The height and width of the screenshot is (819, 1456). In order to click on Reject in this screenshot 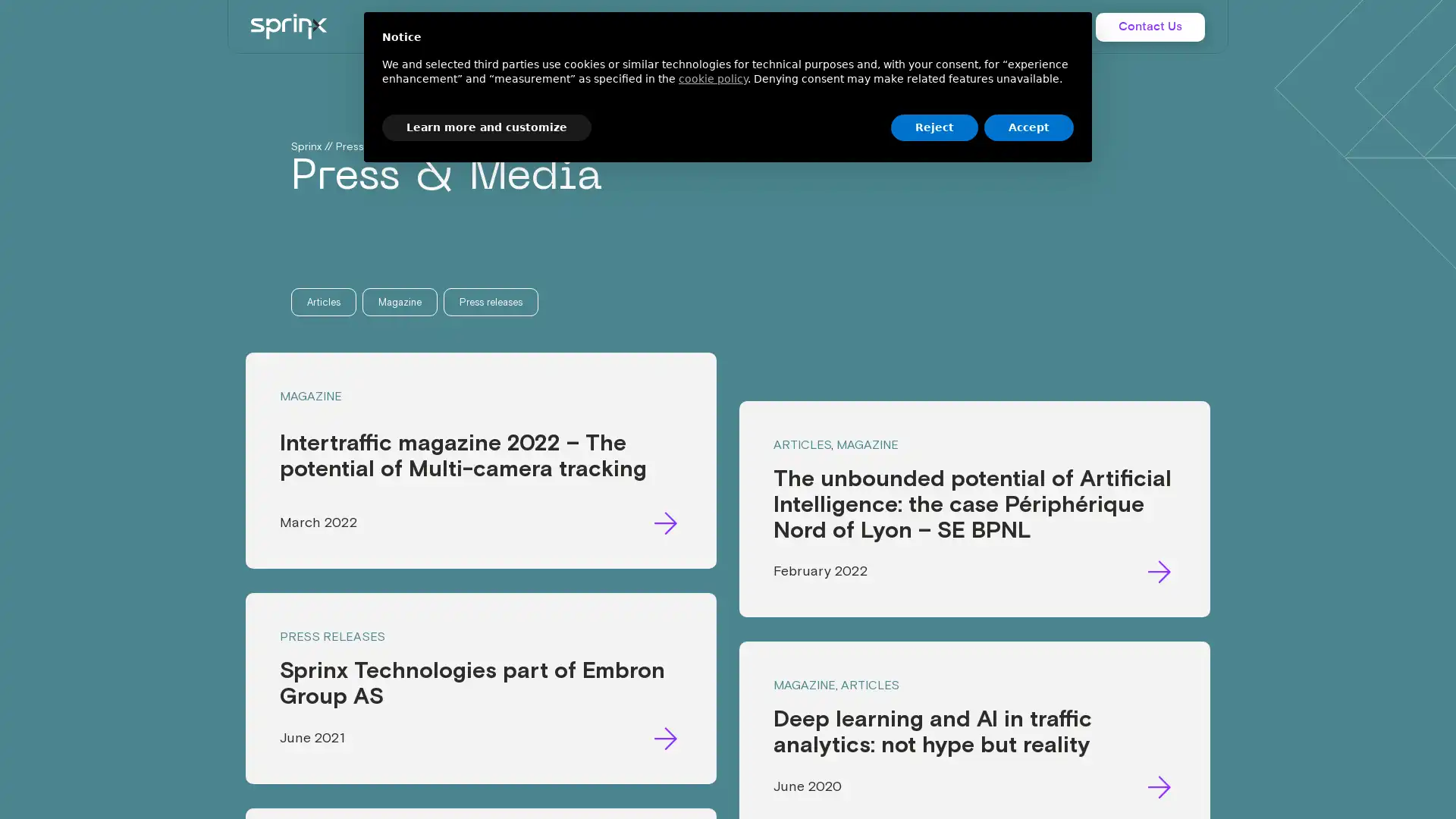, I will do `click(934, 127)`.